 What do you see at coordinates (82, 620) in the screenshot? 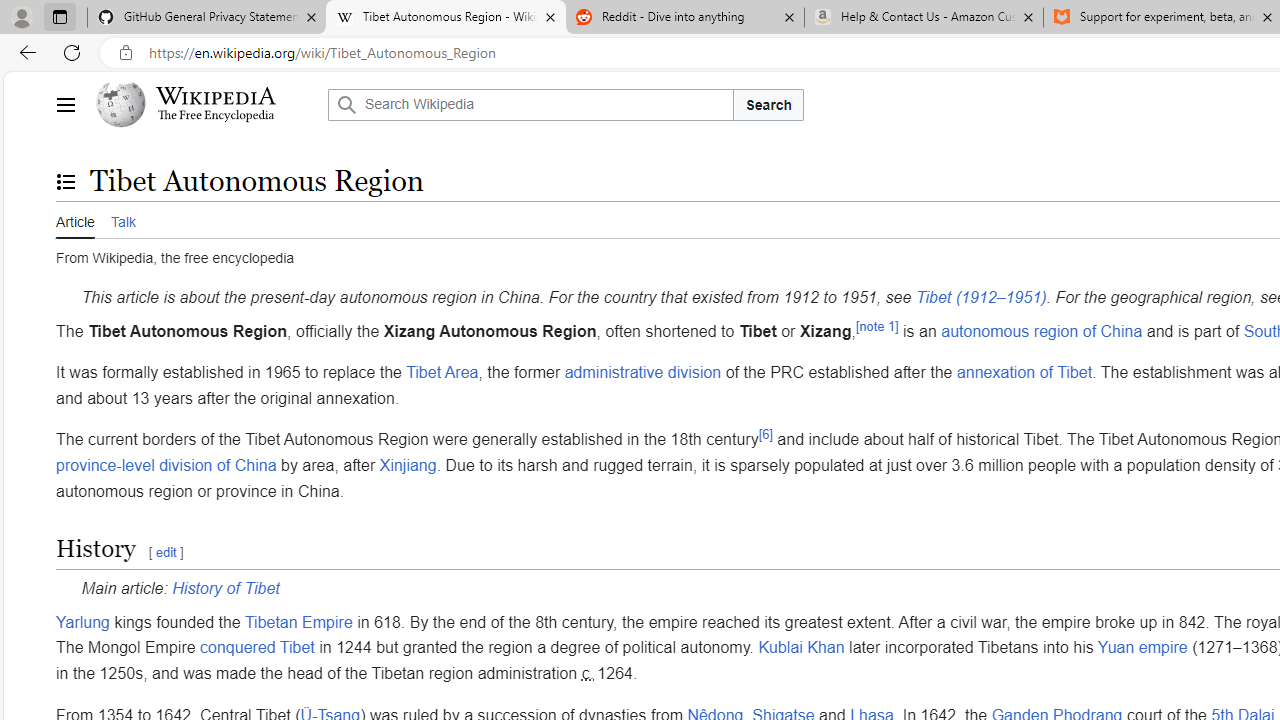
I see `'Yarlung'` at bounding box center [82, 620].